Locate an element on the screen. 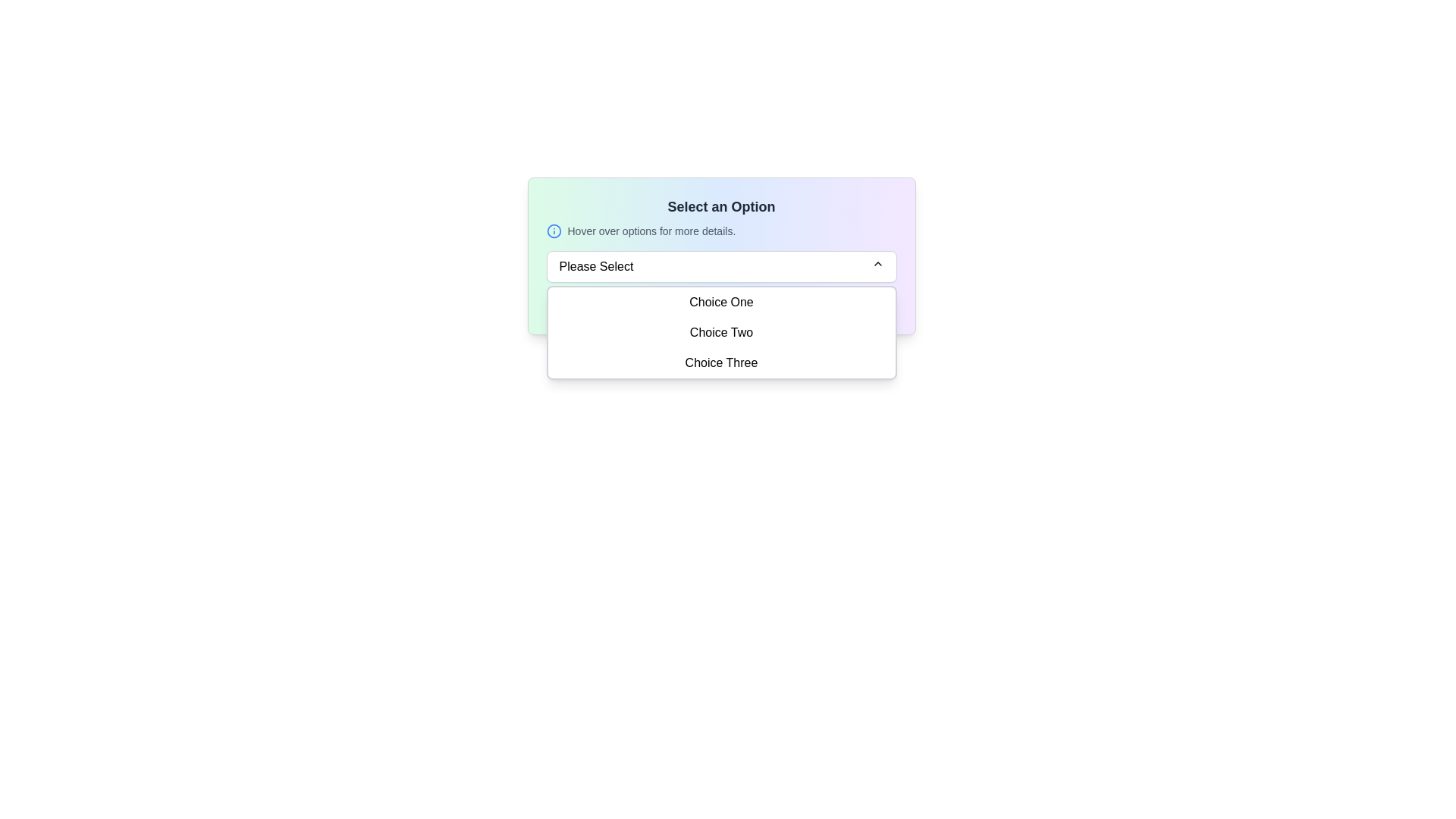 Image resolution: width=1456 pixels, height=819 pixels. the dropdown menu option labeled 'Choice Three' is located at coordinates (720, 362).